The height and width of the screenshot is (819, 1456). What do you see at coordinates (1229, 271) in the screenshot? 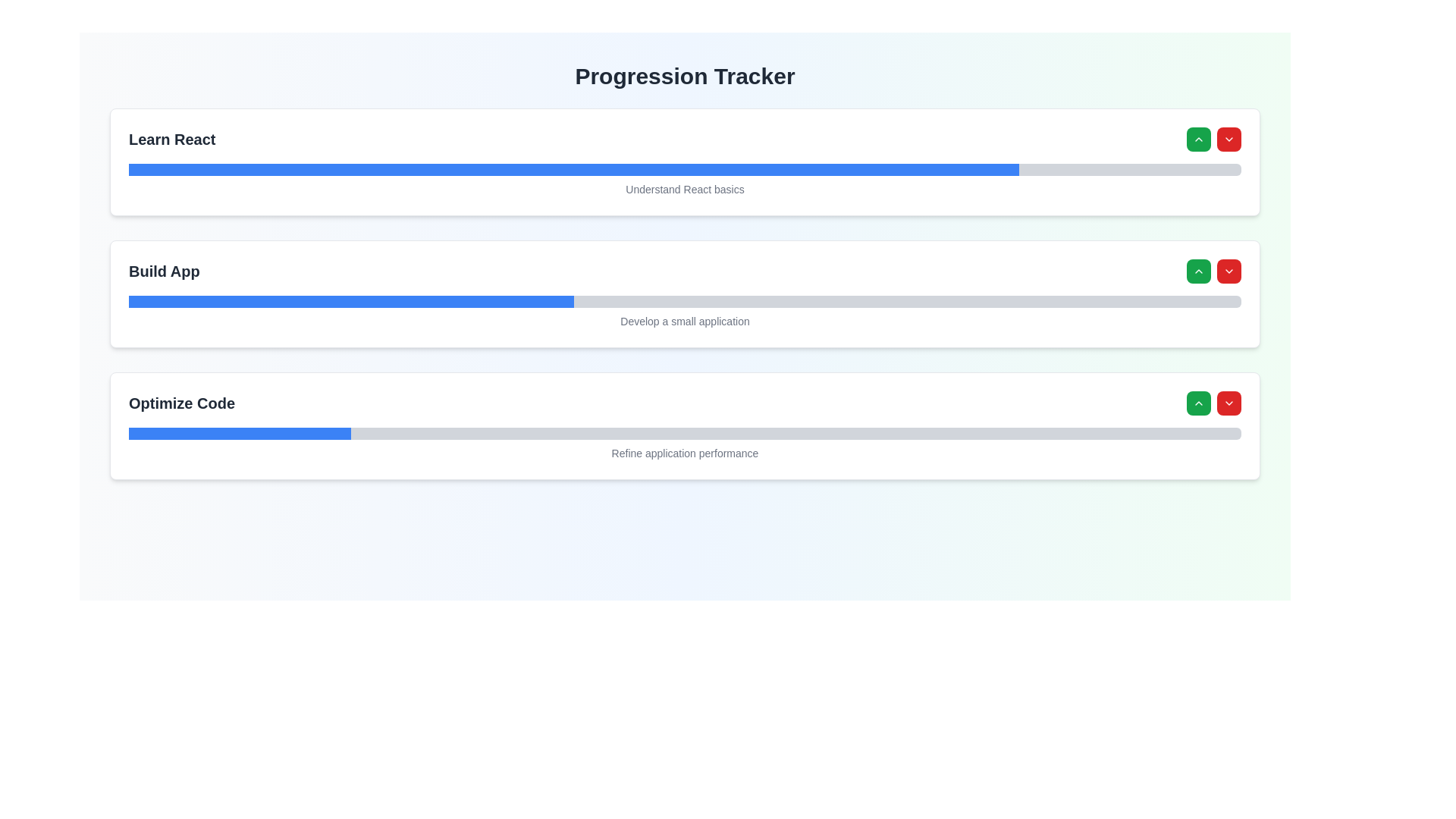
I see `the red button with rounded corners and a chevron-down icon, located to the right of a green button with an upward chevron icon` at bounding box center [1229, 271].